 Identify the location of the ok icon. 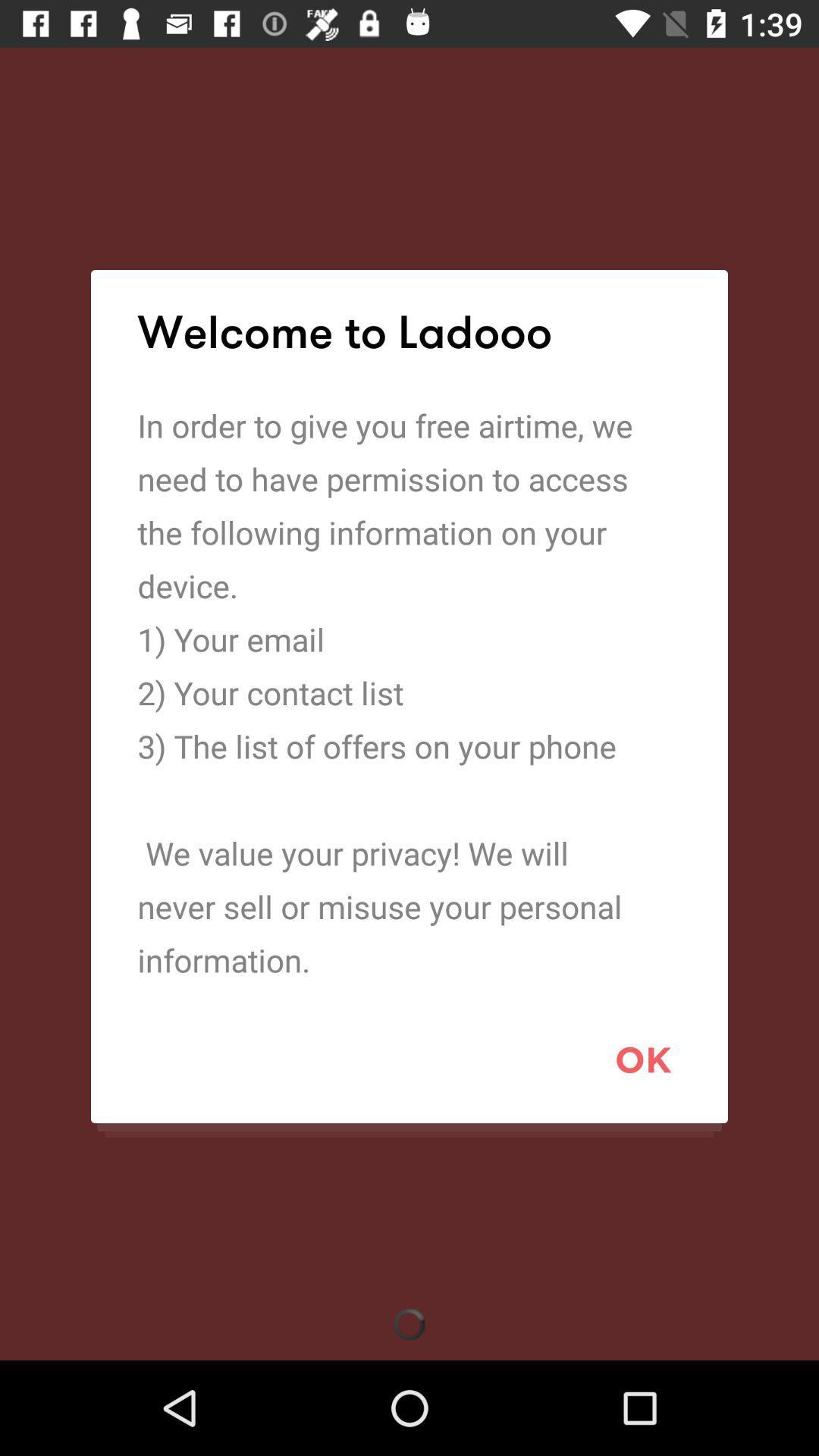
(643, 1059).